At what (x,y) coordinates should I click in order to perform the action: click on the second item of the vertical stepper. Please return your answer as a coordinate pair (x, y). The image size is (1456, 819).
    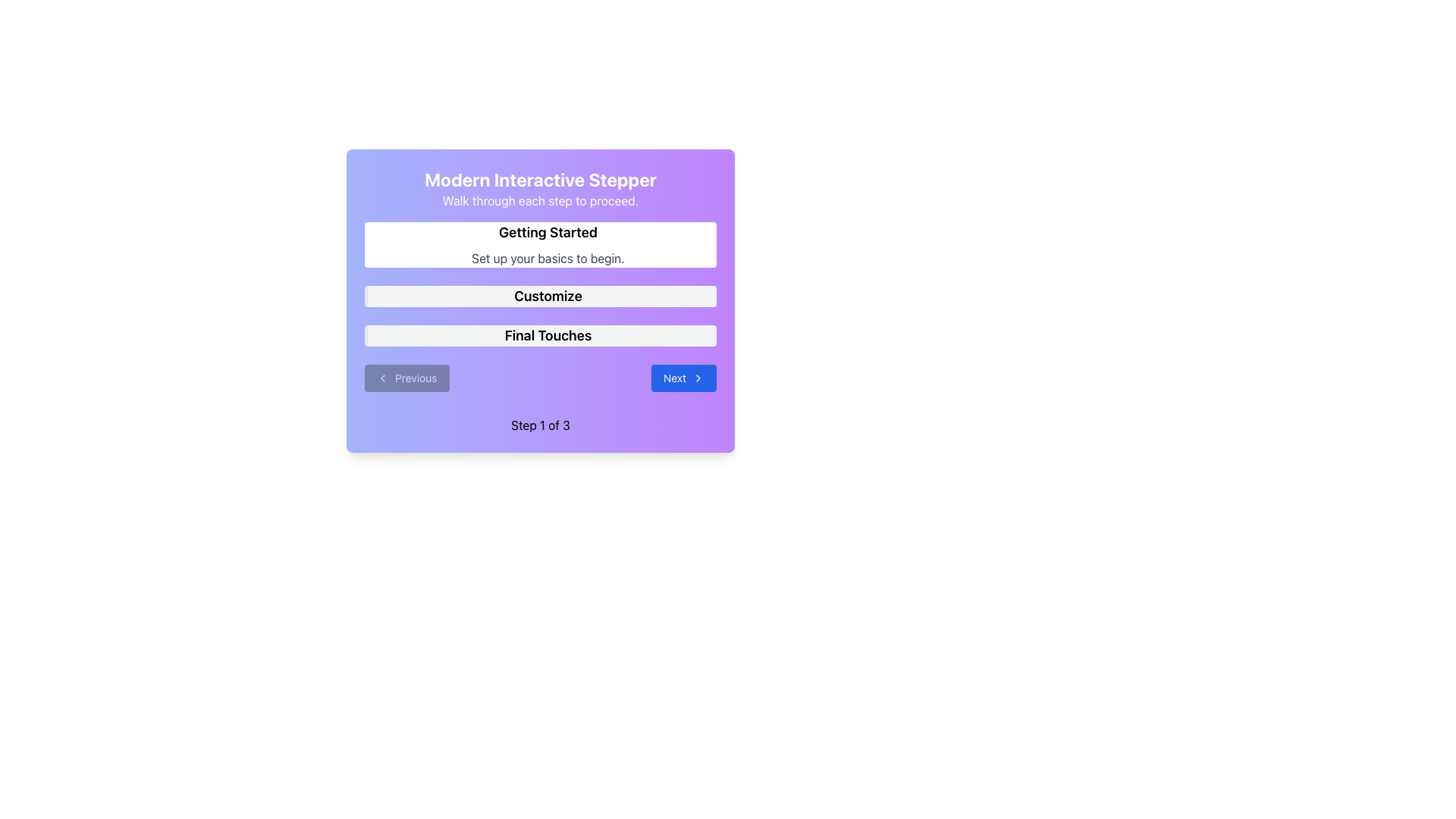
    Looking at the image, I should click on (541, 284).